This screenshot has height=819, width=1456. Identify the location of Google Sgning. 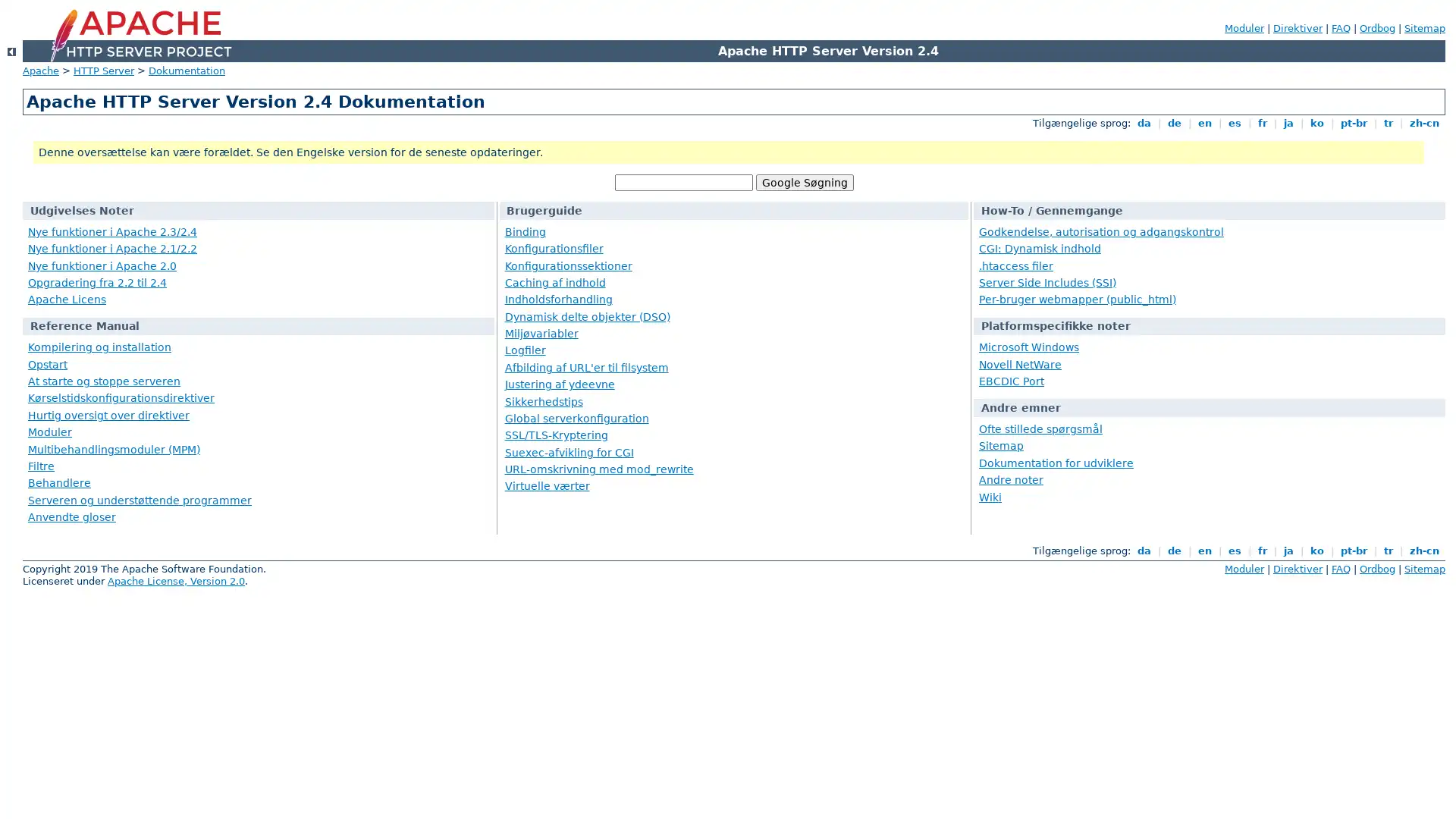
(803, 181).